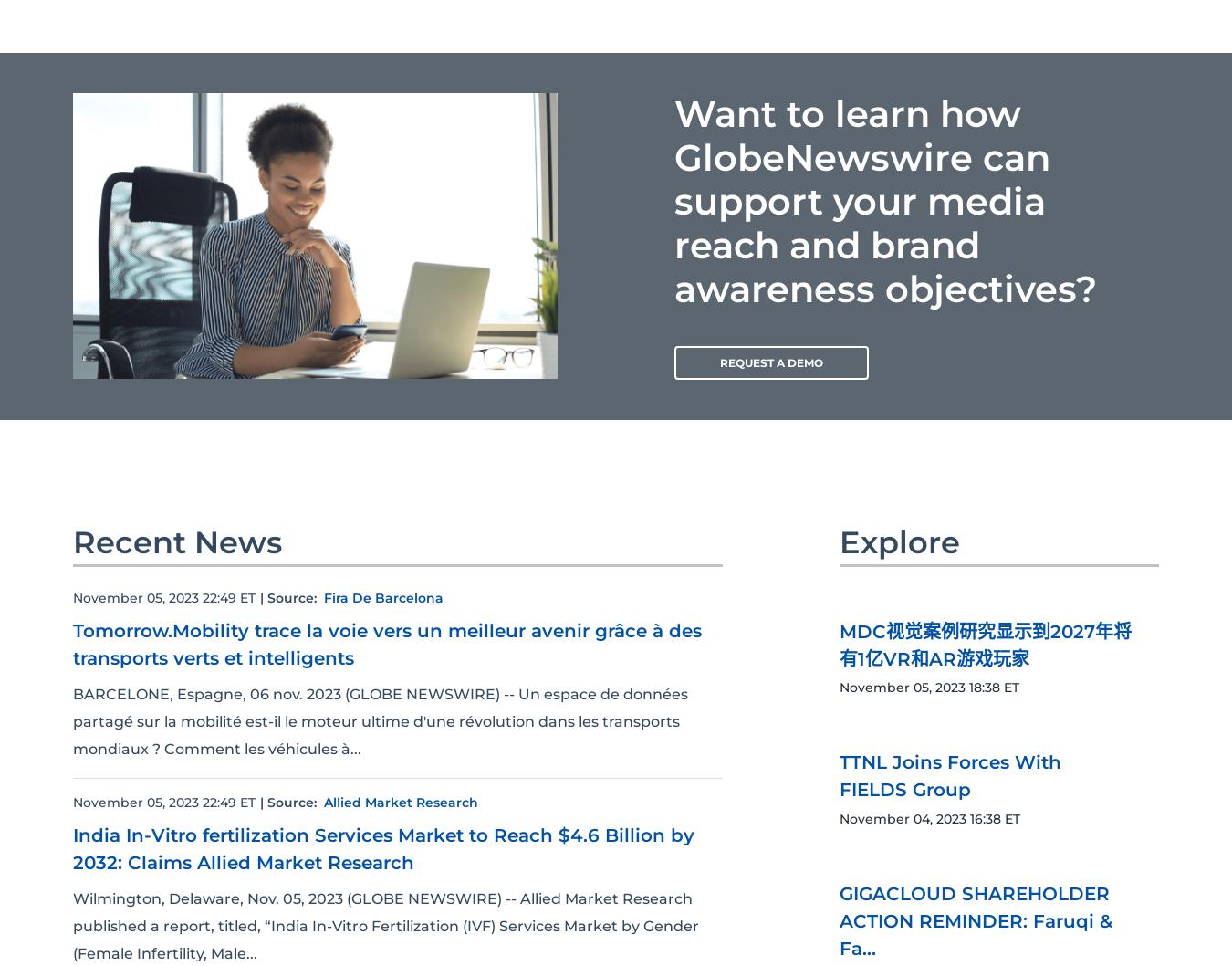 The image size is (1232, 966). Describe the element at coordinates (771, 362) in the screenshot. I see `'REQUEST A DEMO'` at that location.